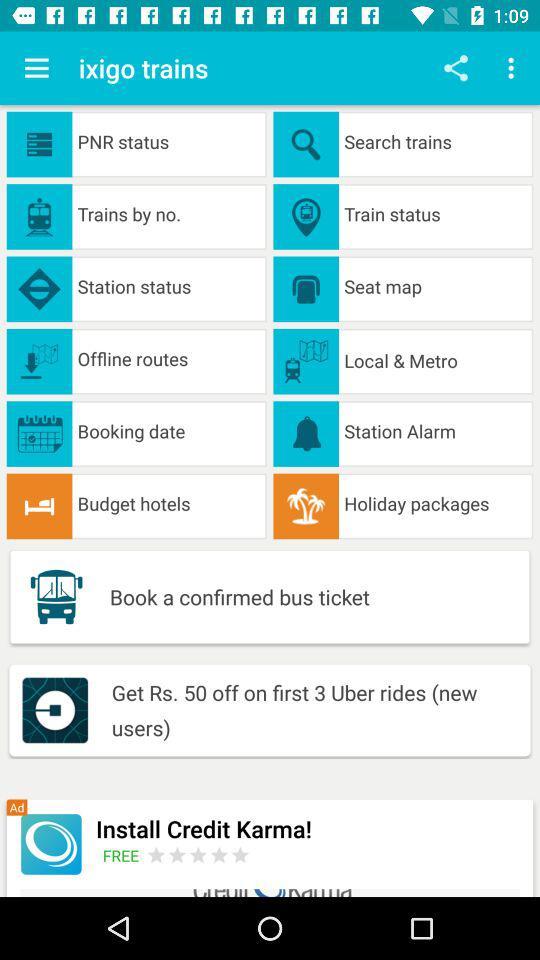 This screenshot has width=540, height=960. What do you see at coordinates (198, 854) in the screenshot?
I see `input rating` at bounding box center [198, 854].